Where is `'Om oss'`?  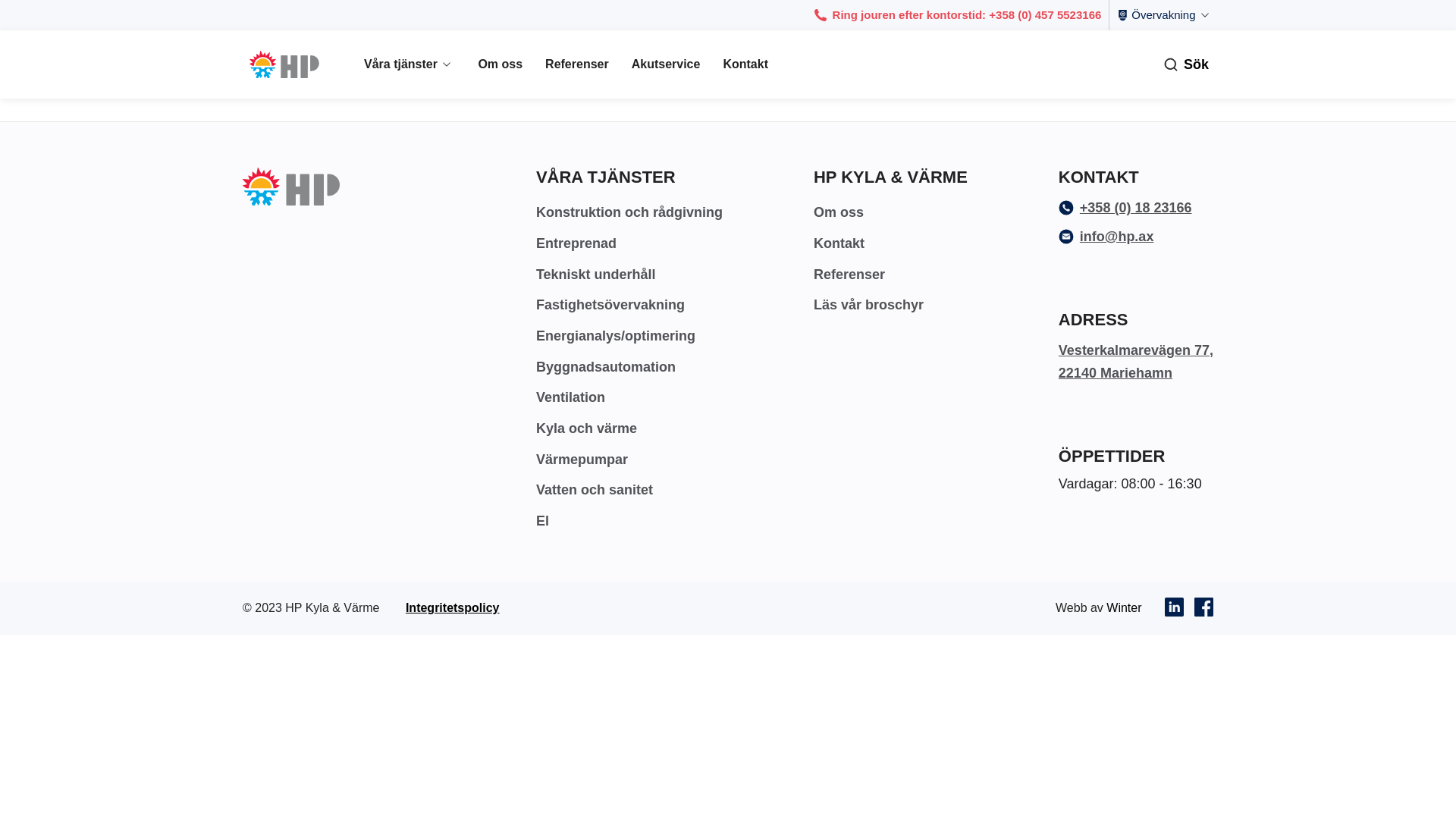
'Om oss' is located at coordinates (837, 212).